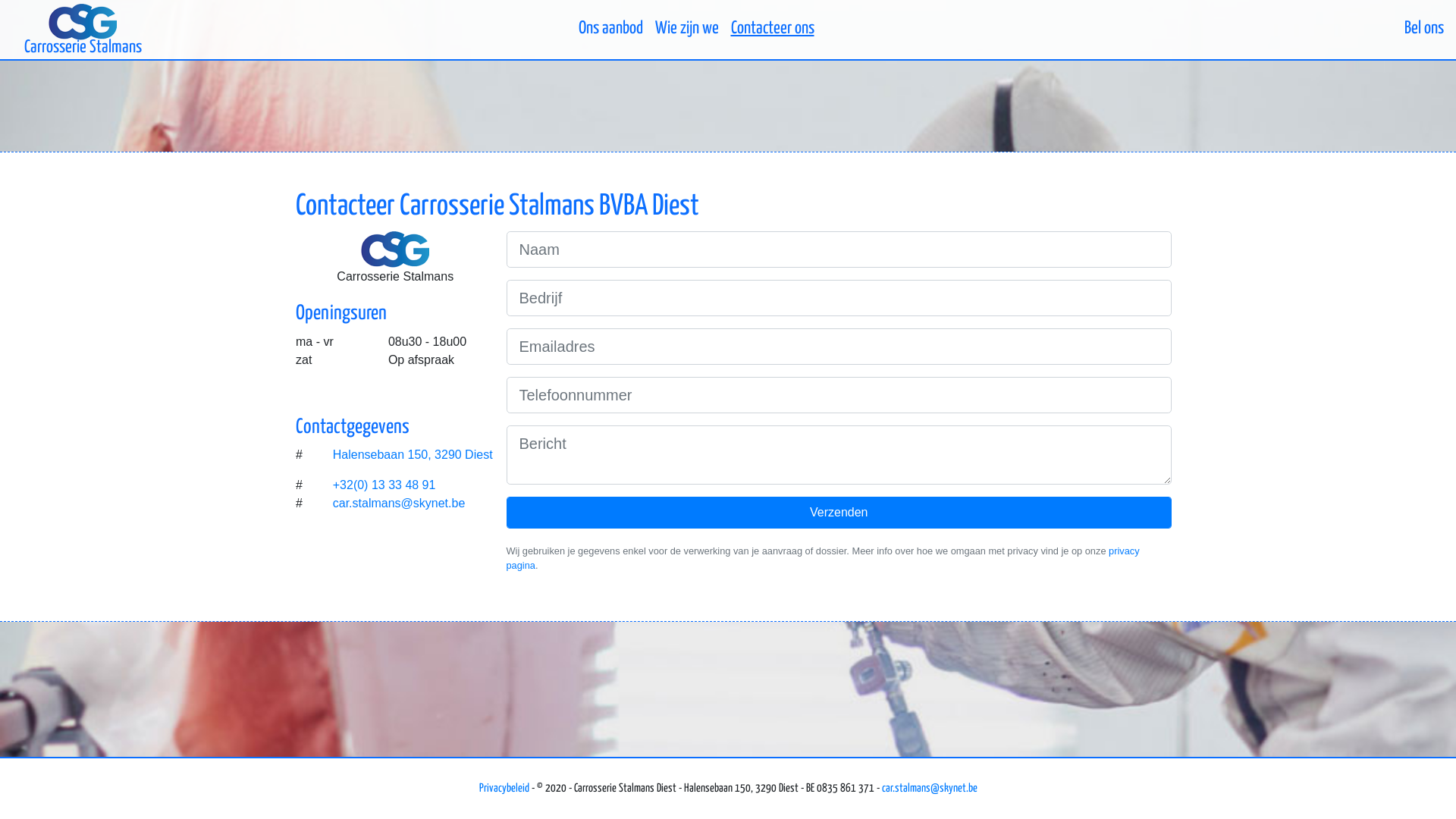 The height and width of the screenshot is (819, 1456). Describe the element at coordinates (880, 787) in the screenshot. I see `'car.stalmans@skynet.be'` at that location.